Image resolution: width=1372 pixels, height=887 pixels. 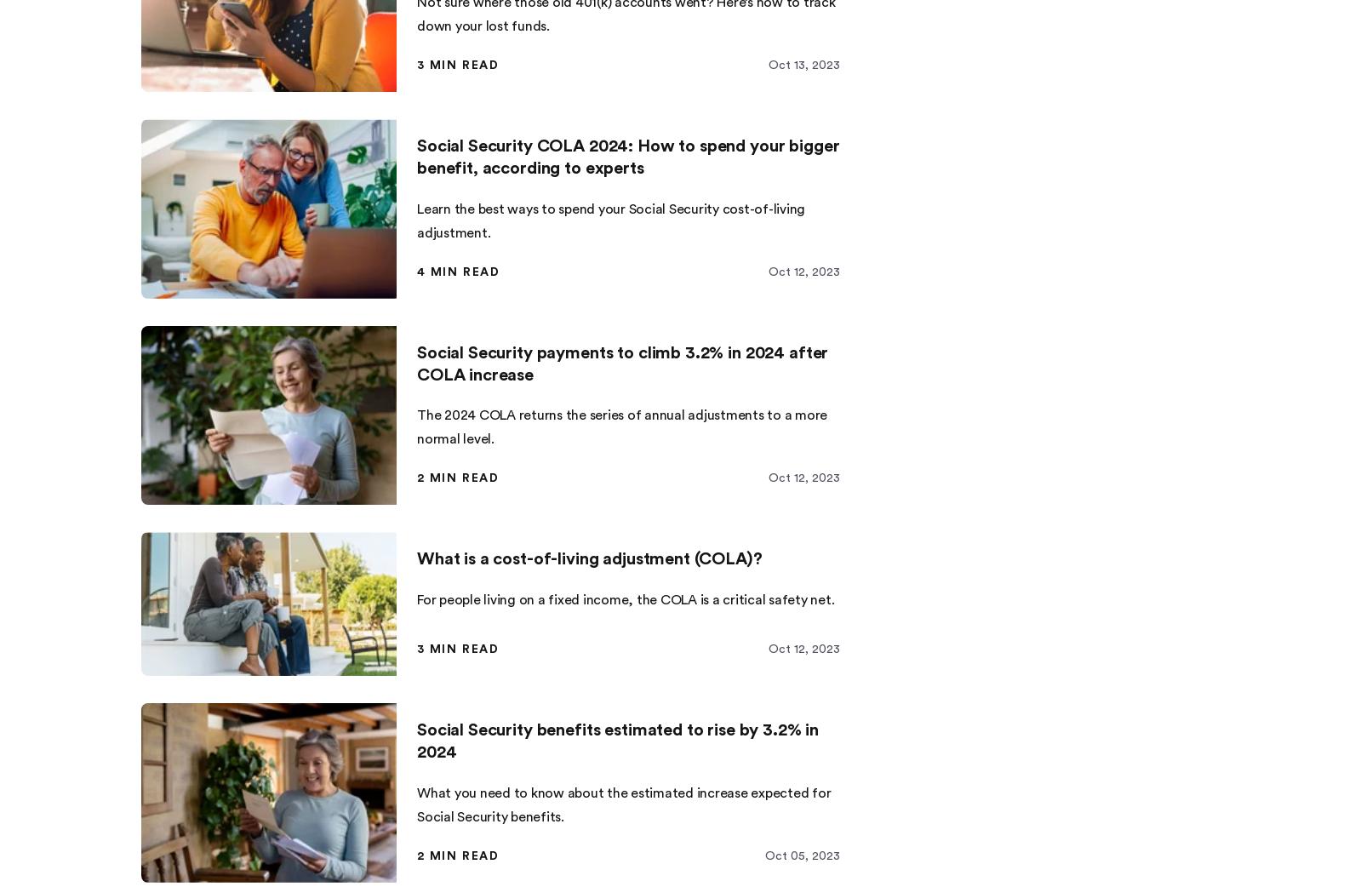 What do you see at coordinates (416, 271) in the screenshot?
I see `'4 min read'` at bounding box center [416, 271].